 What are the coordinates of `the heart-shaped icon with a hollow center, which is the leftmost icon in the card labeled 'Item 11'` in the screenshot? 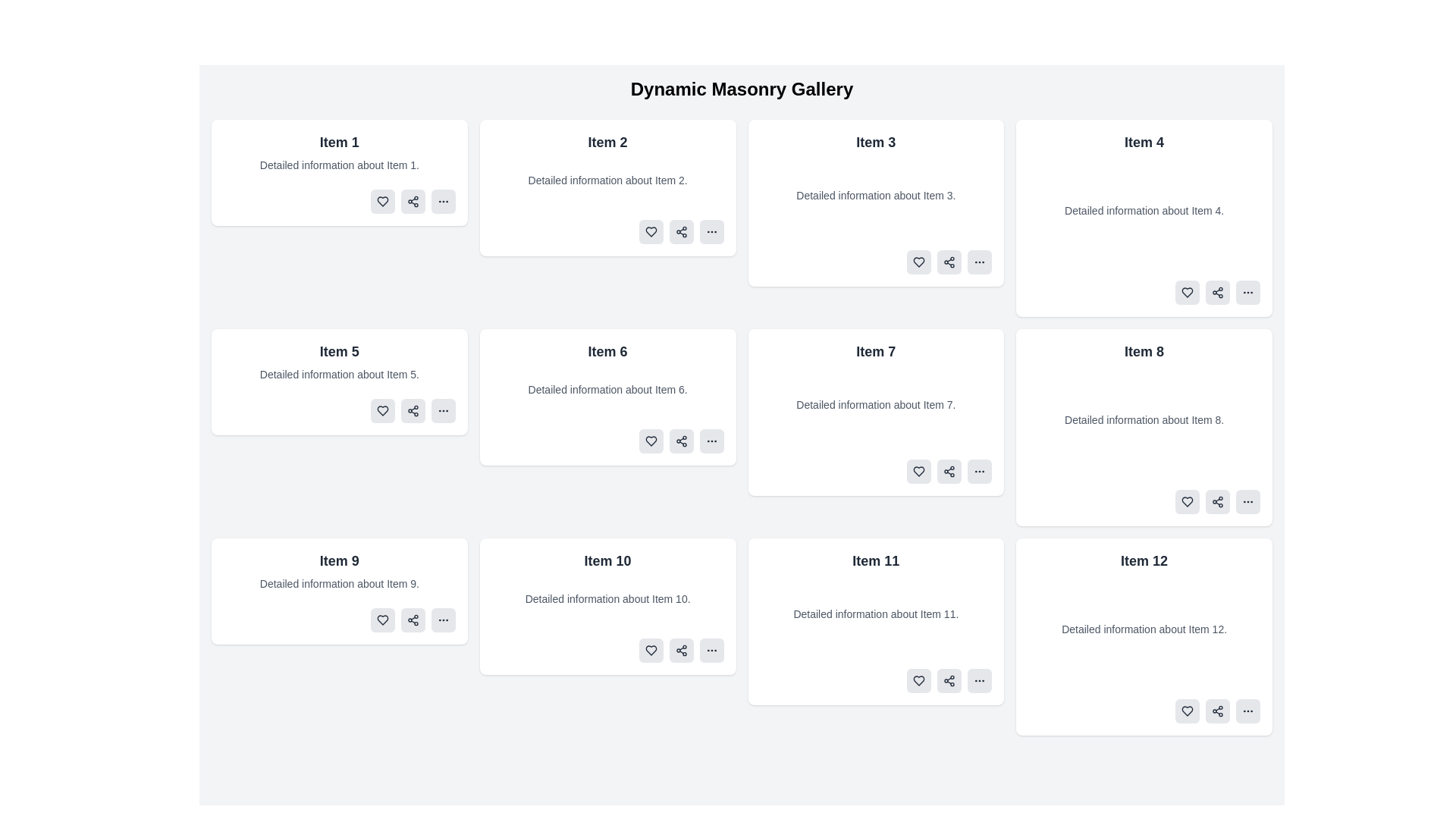 It's located at (918, 680).